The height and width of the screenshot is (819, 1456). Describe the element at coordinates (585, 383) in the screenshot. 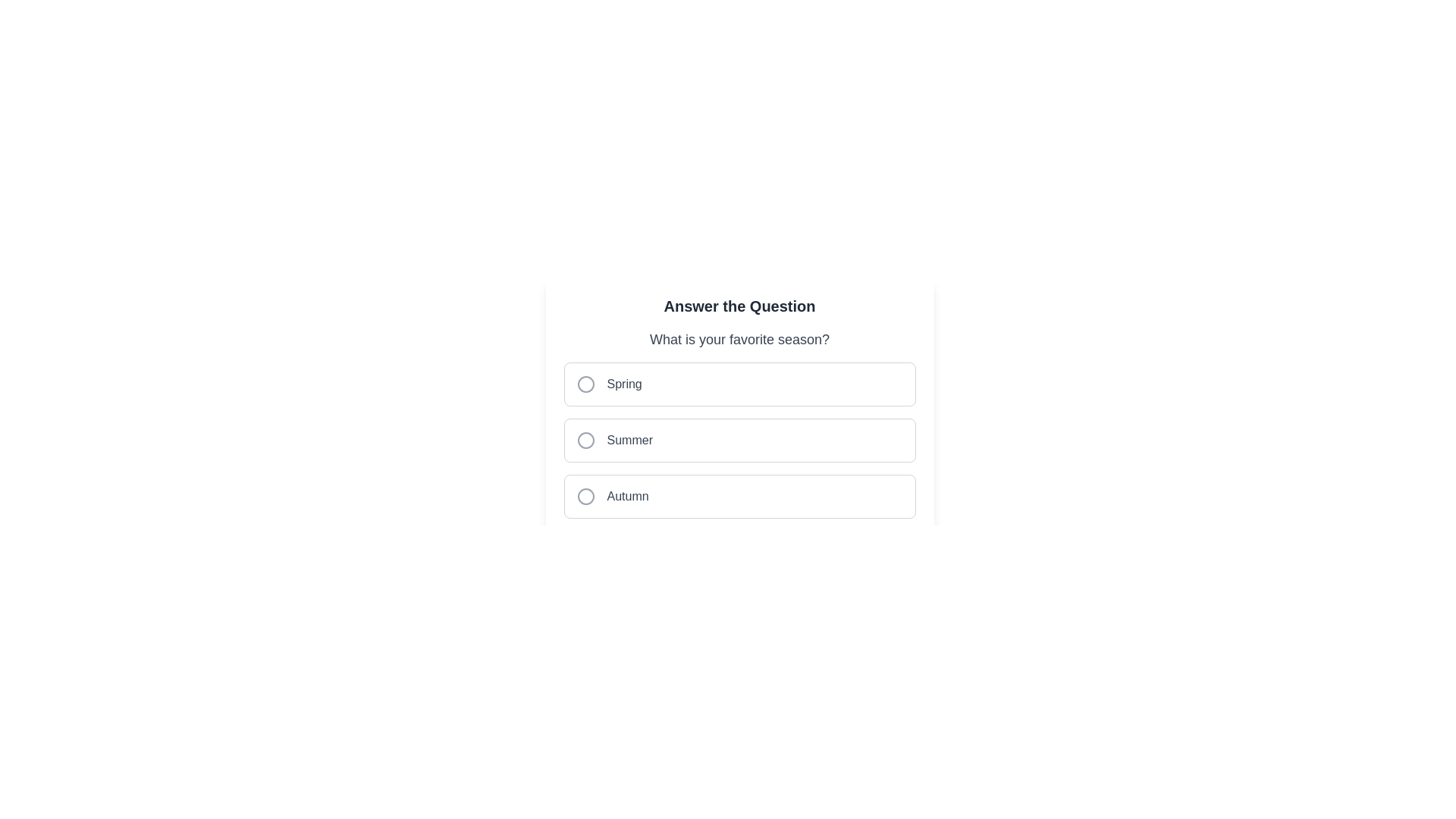

I see `the first radio button within the 'Spring' section` at that location.